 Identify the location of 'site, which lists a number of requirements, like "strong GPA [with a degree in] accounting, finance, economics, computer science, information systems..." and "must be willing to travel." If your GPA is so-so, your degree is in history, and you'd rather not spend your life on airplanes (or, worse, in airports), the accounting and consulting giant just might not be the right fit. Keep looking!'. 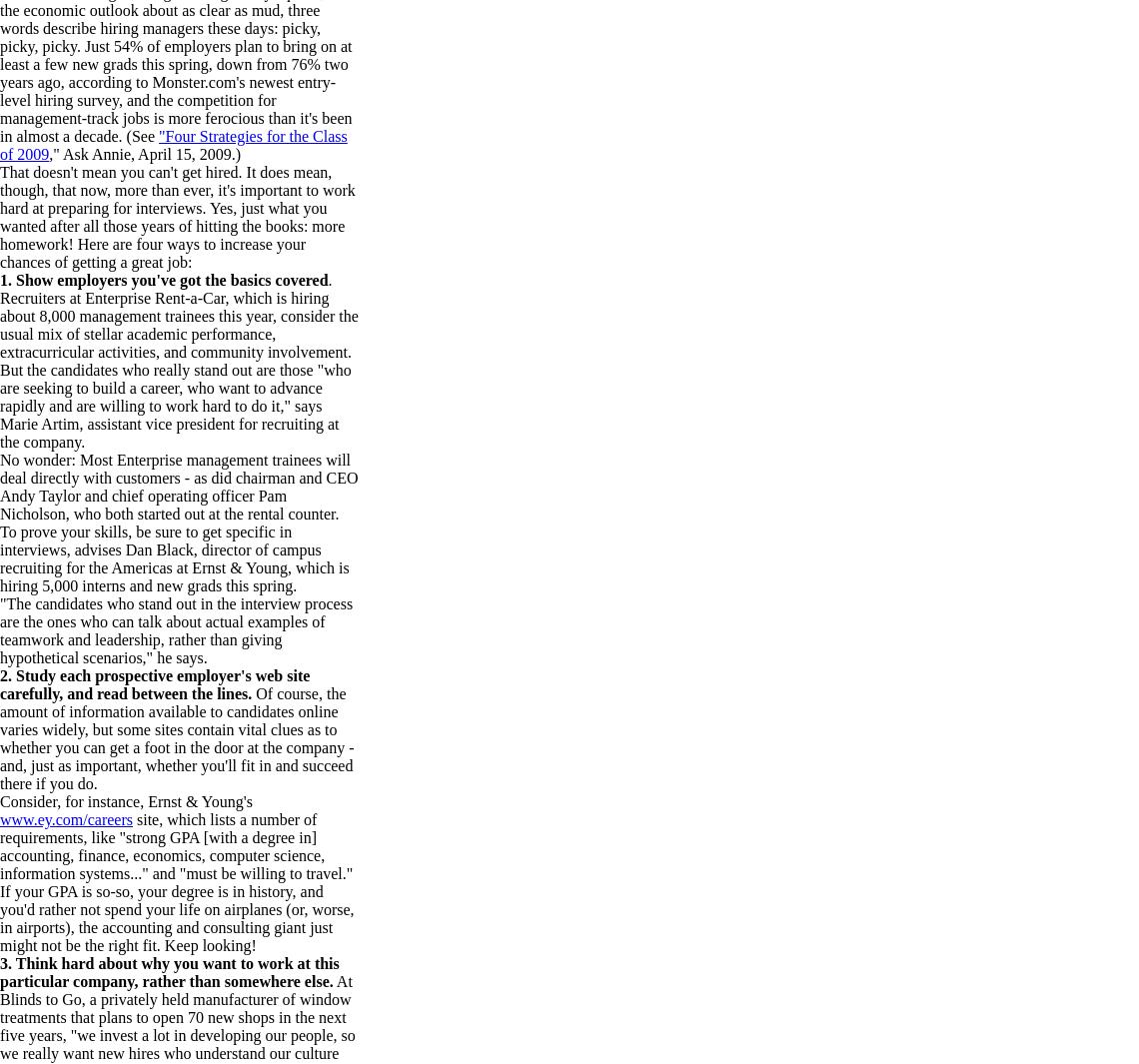
(177, 882).